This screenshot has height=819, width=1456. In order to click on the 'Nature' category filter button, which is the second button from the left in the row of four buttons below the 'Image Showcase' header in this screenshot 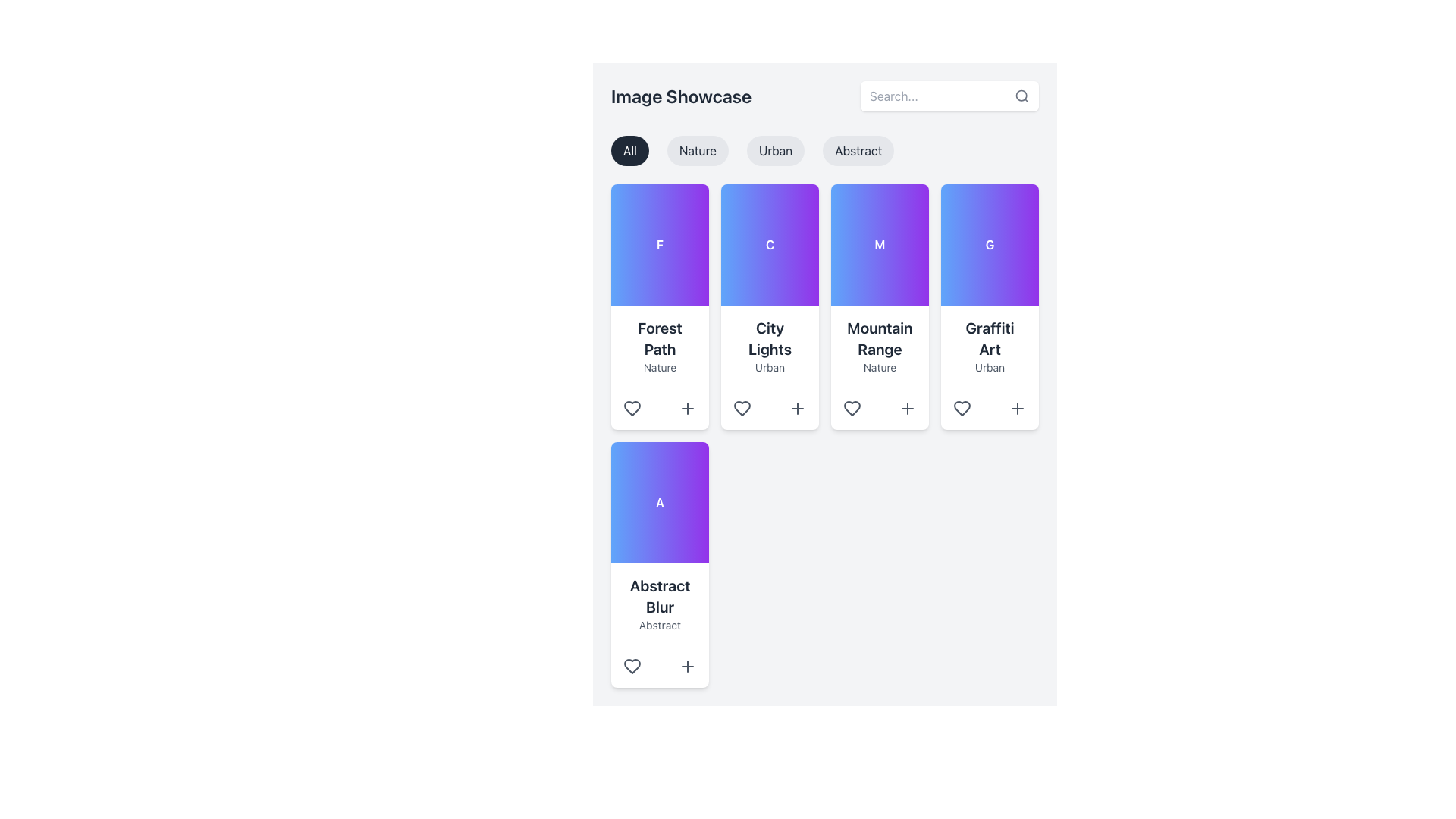, I will do `click(697, 151)`.